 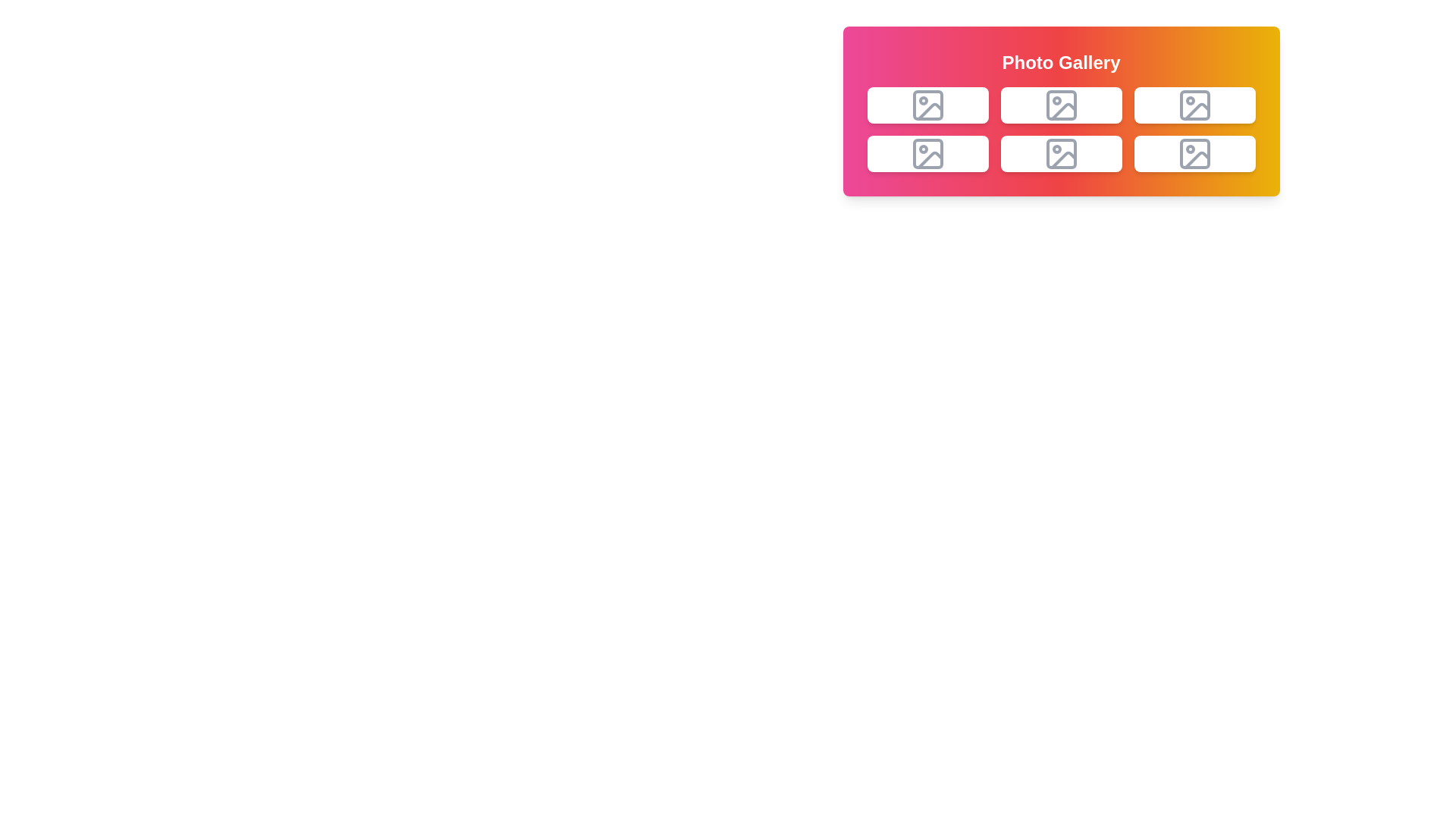 I want to click on the circular white button with a red heart symbol, the second interactive item in the overlay of the photo gallery grid, to observe hover effects, so click(x=946, y=104).